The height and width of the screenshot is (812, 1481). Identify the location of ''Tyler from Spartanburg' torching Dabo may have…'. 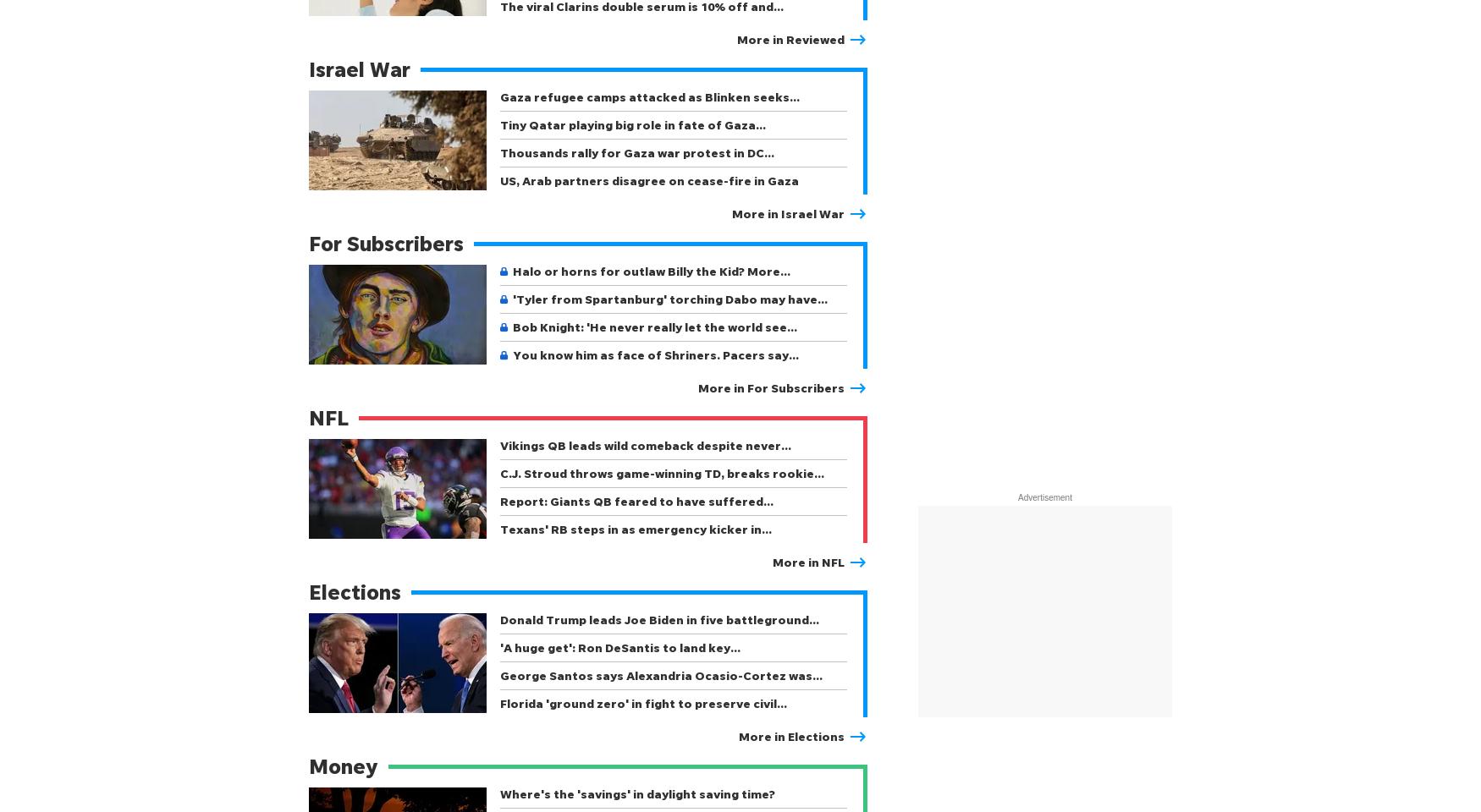
(669, 299).